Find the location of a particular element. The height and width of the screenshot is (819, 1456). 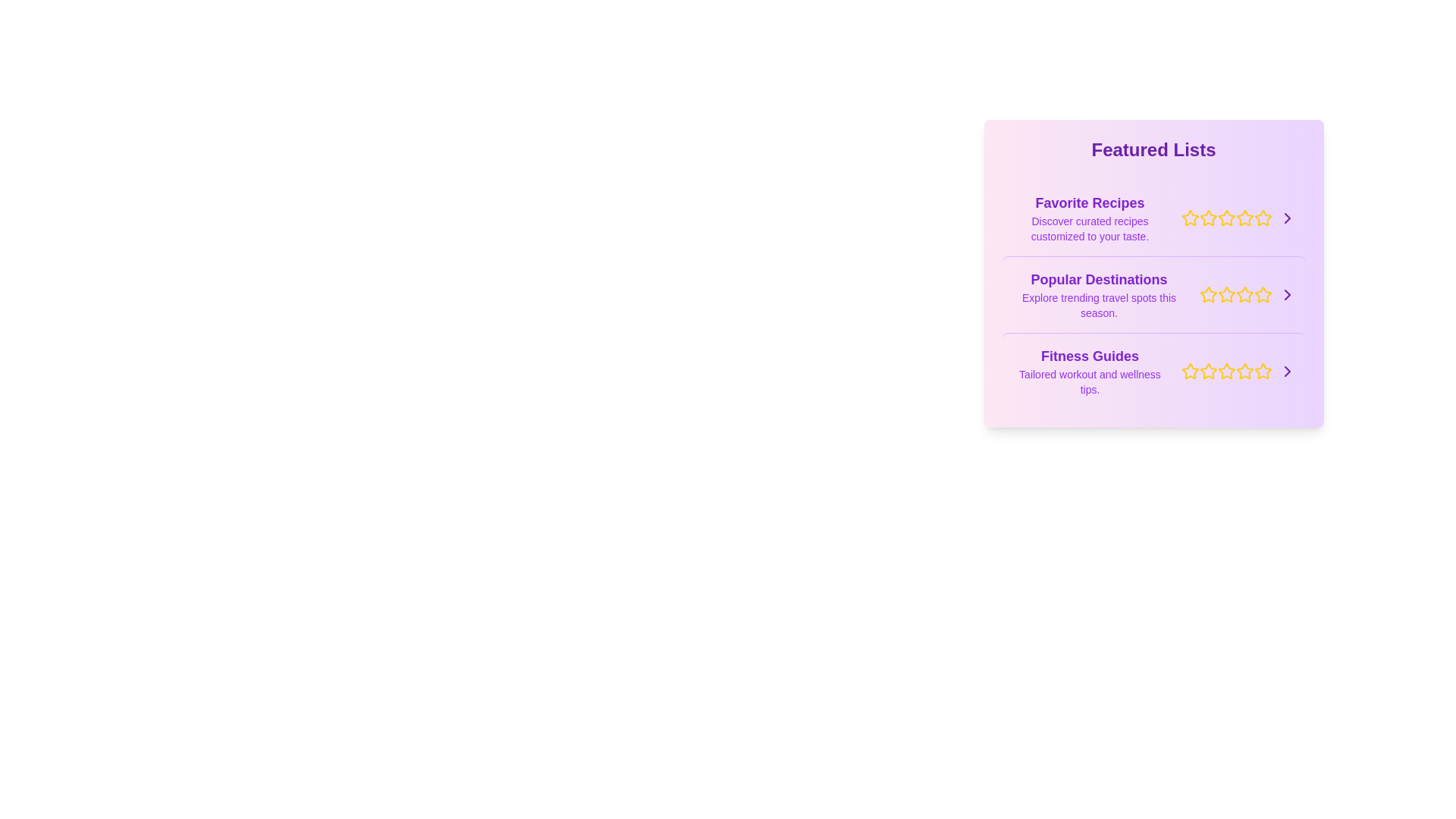

the list item titled Favorite Recipes to highlight it is located at coordinates (1153, 218).